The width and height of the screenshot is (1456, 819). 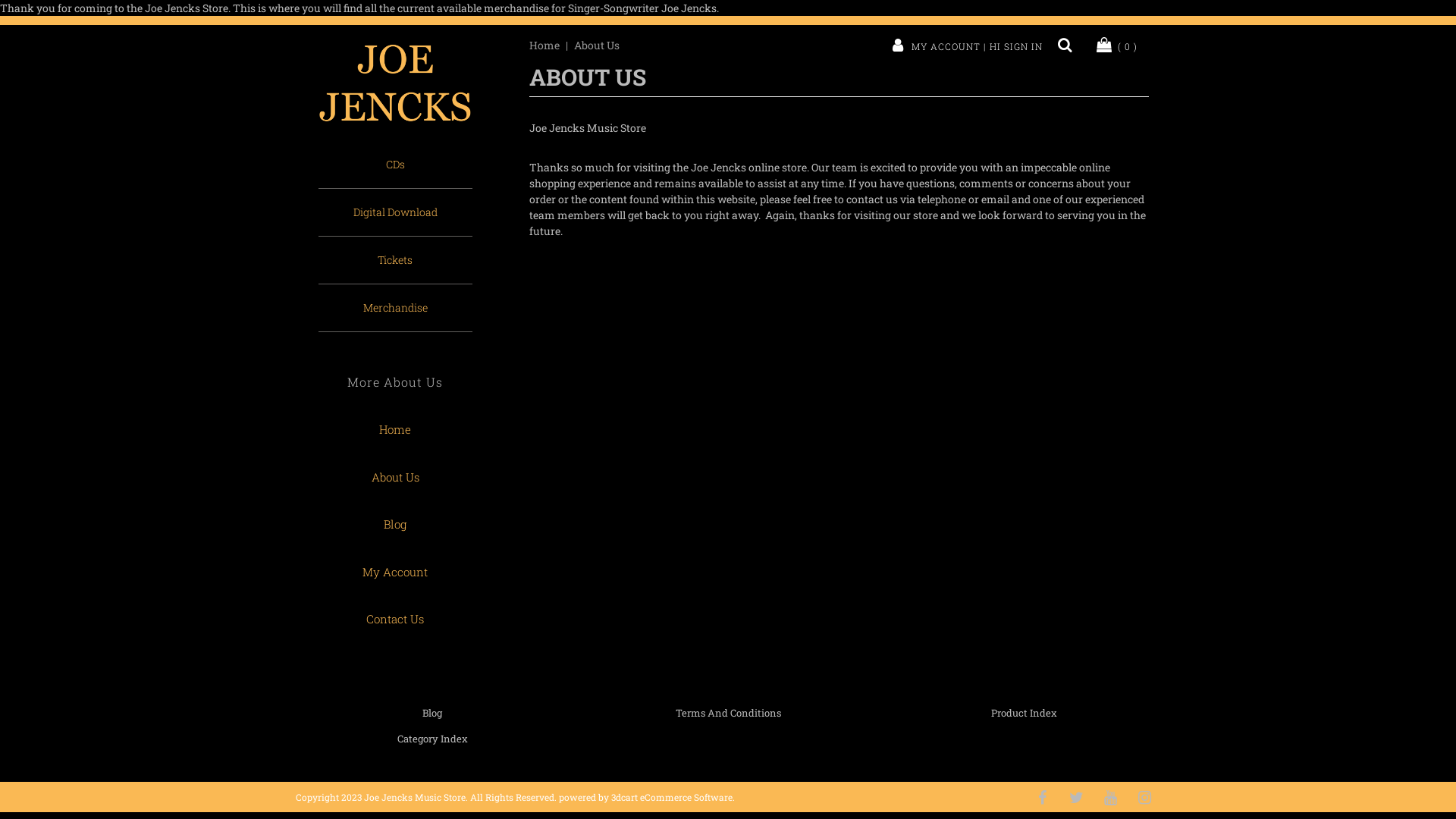 What do you see at coordinates (1040, 795) in the screenshot?
I see `'Like Us on Facebook'` at bounding box center [1040, 795].